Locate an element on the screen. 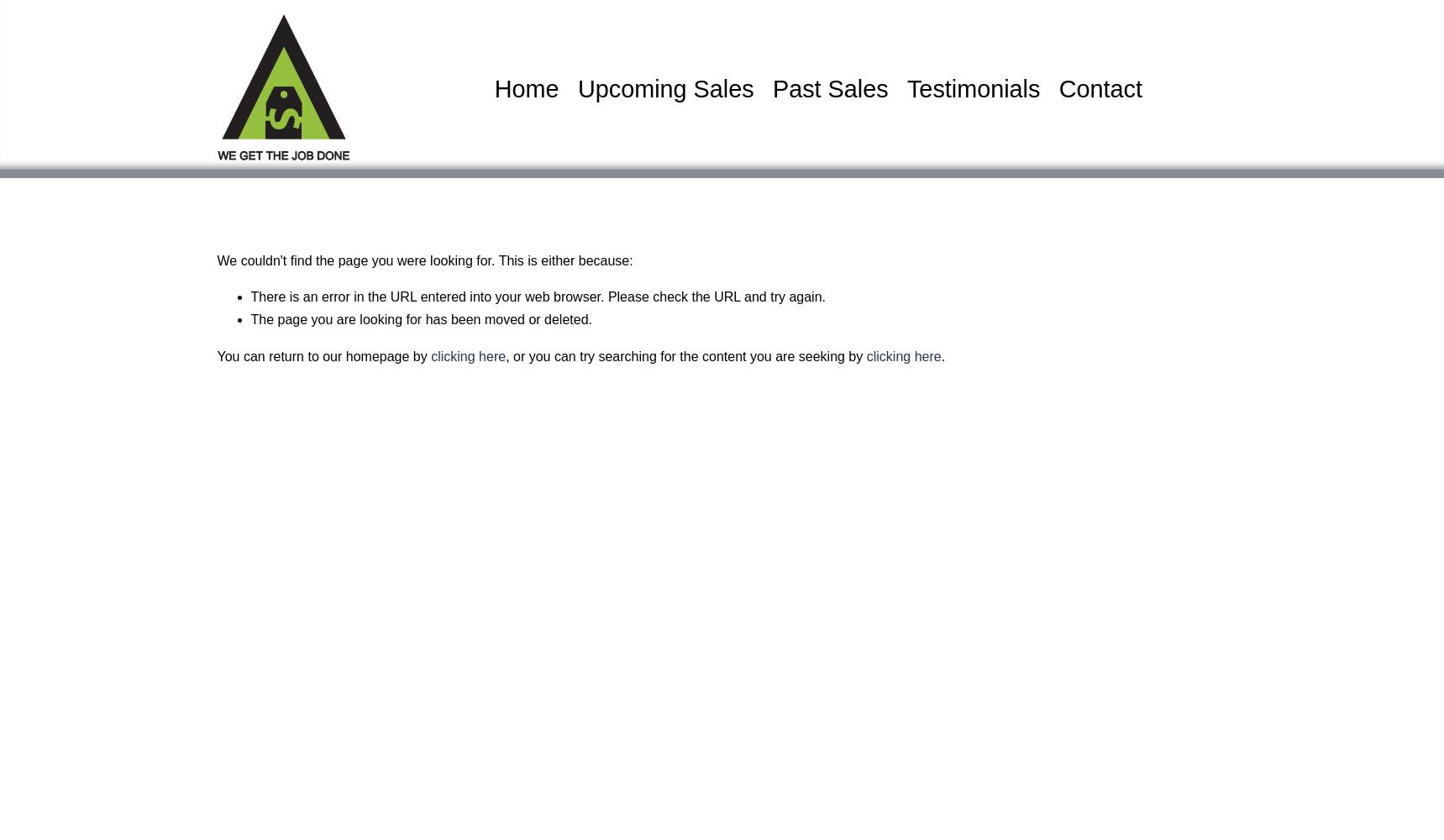 The height and width of the screenshot is (840, 1444). 'The page you are looking for has been moved or deleted.' is located at coordinates (250, 319).